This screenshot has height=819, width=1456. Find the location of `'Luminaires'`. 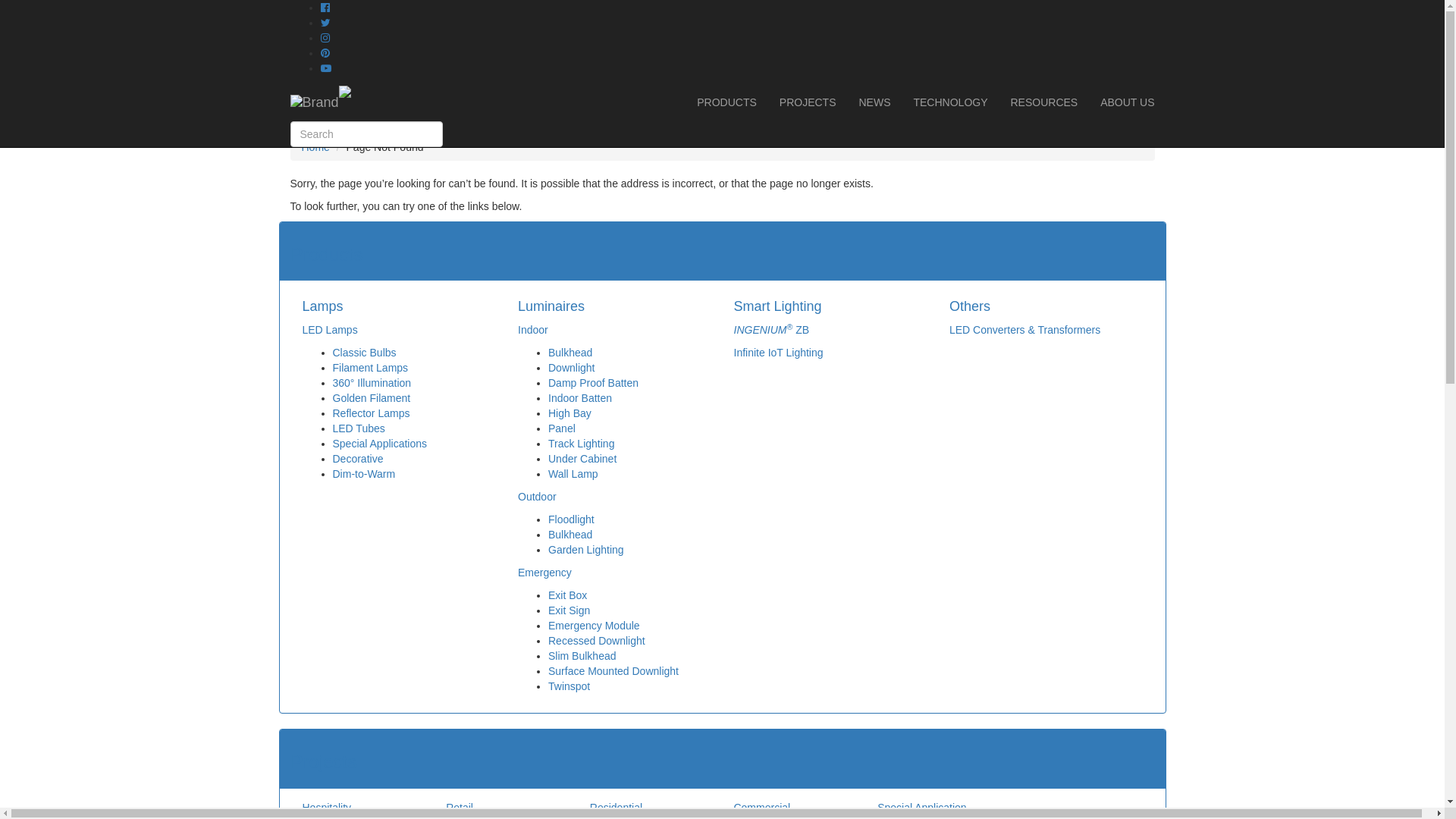

'Luminaires' is located at coordinates (550, 306).